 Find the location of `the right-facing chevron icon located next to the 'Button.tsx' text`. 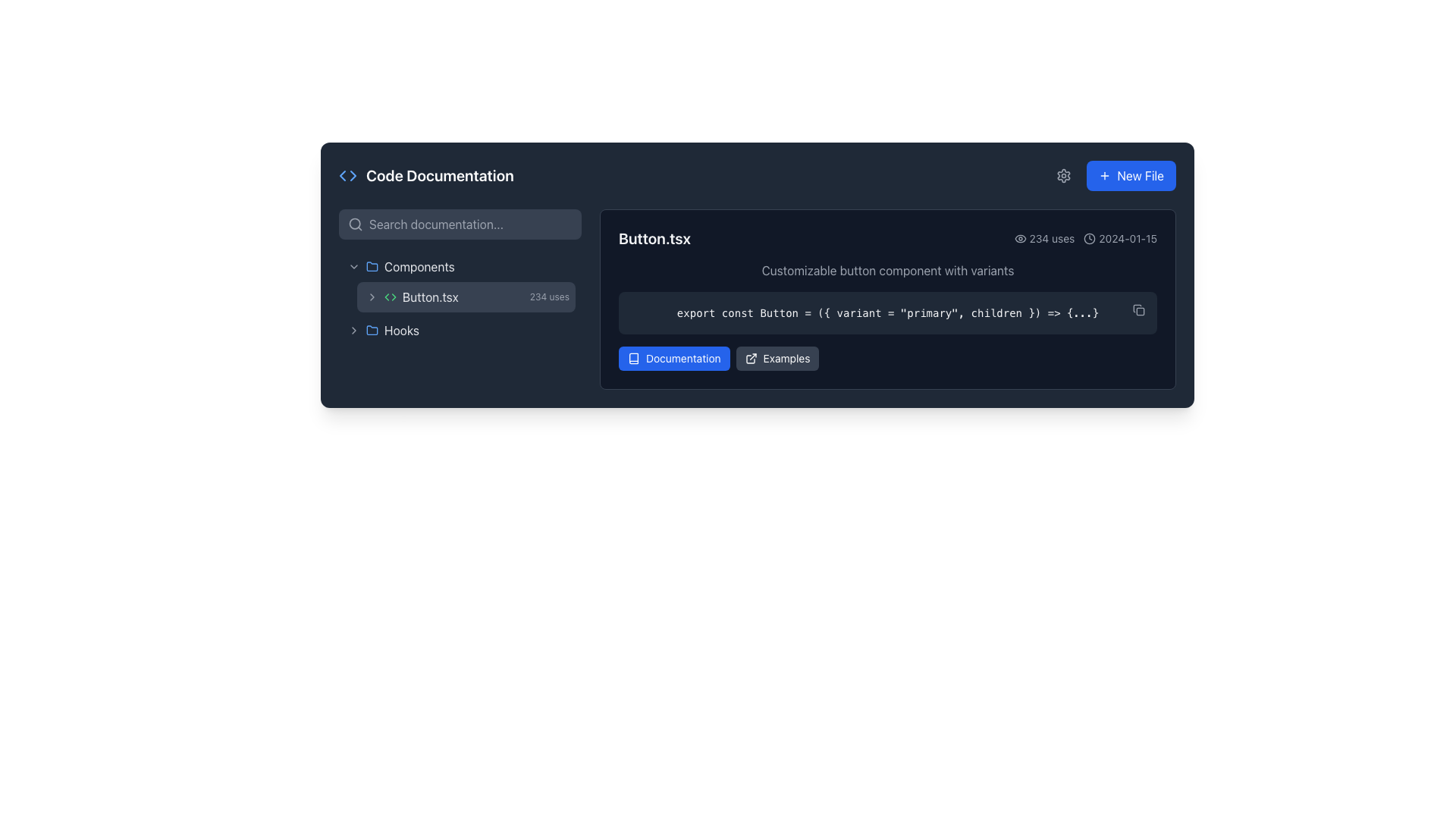

the right-facing chevron icon located next to the 'Button.tsx' text is located at coordinates (372, 297).